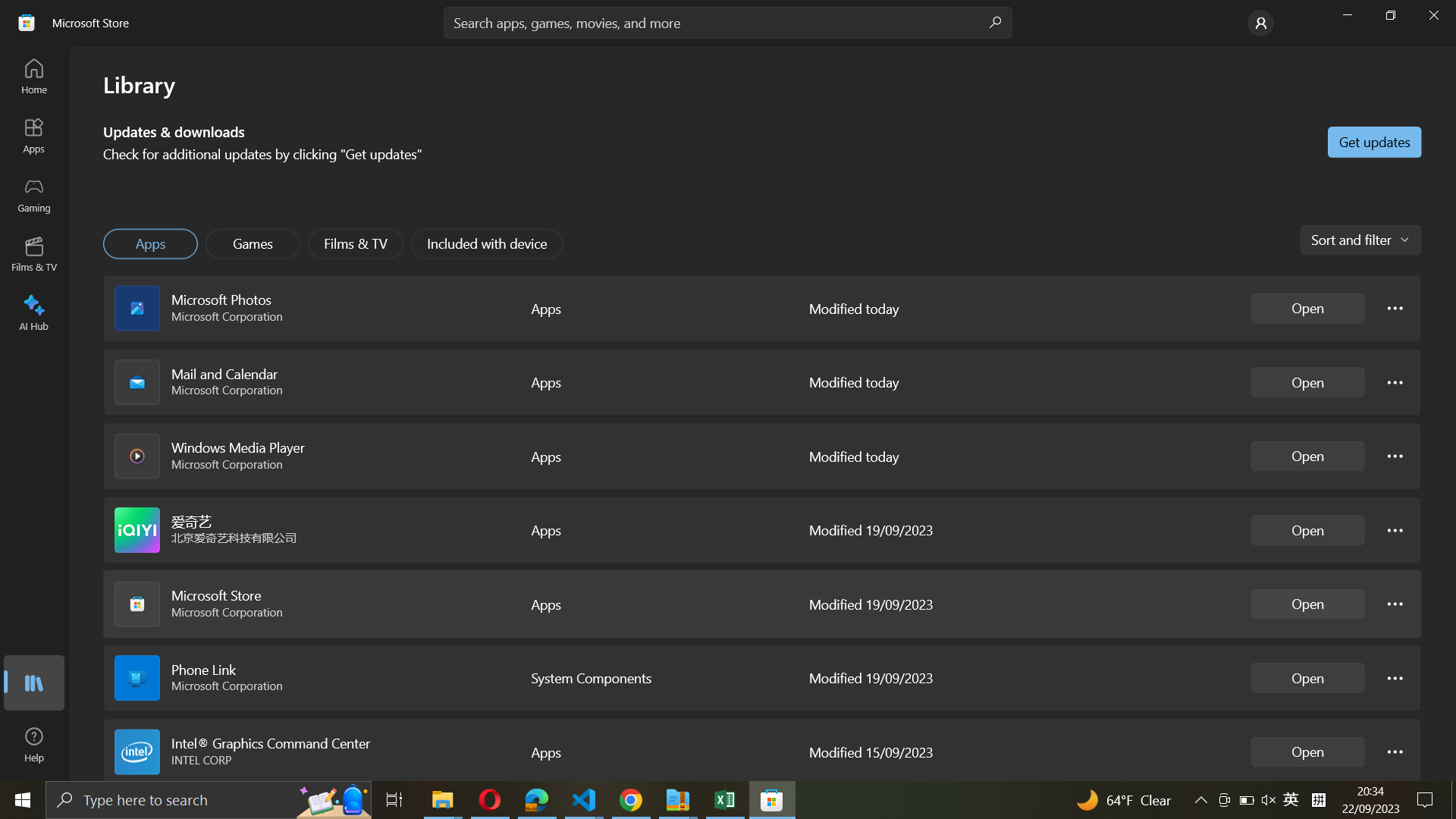 This screenshot has width=1456, height=819. Describe the element at coordinates (488, 242) in the screenshot. I see `"Included with device" button` at that location.